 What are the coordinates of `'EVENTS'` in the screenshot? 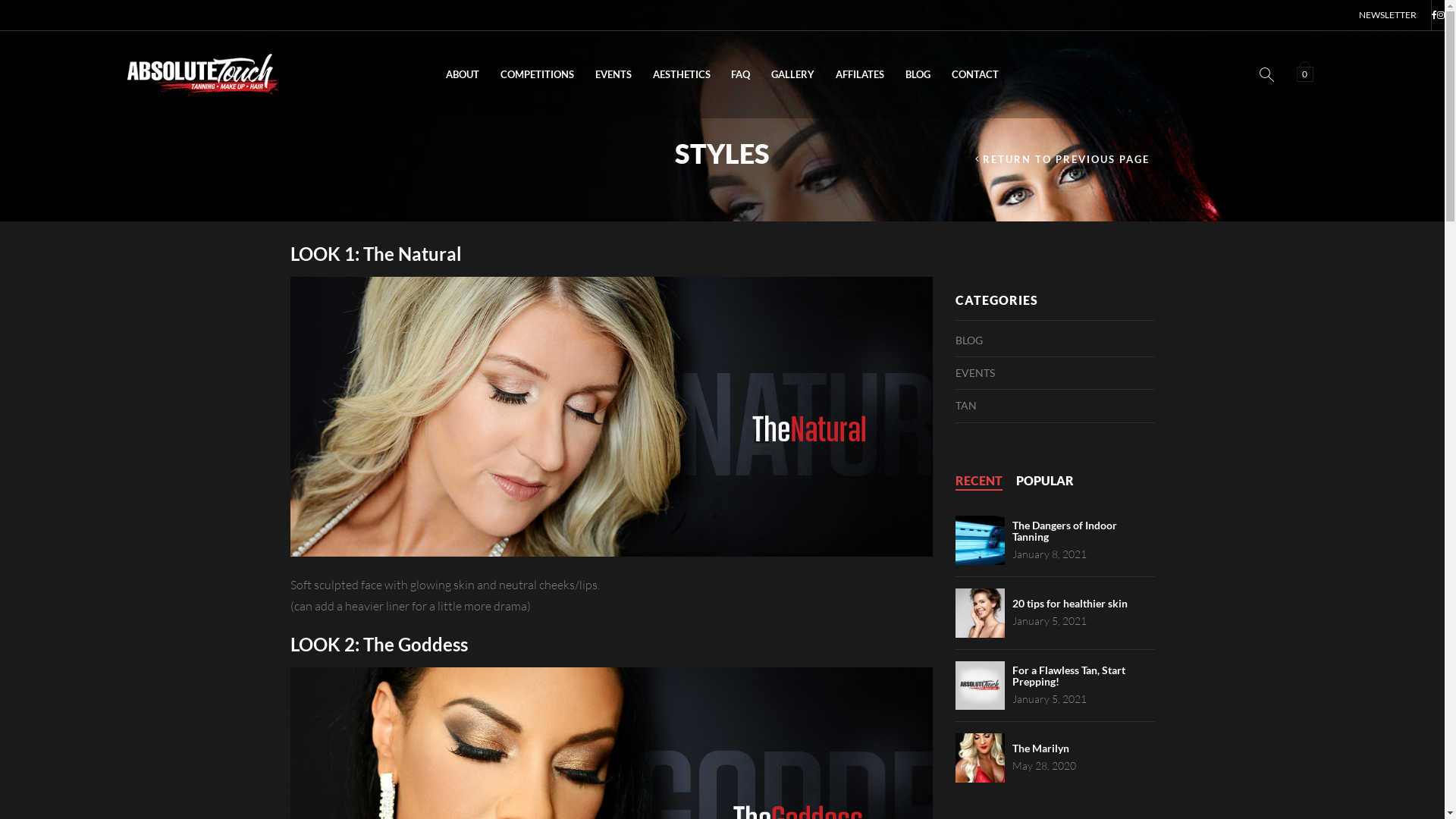 It's located at (613, 74).